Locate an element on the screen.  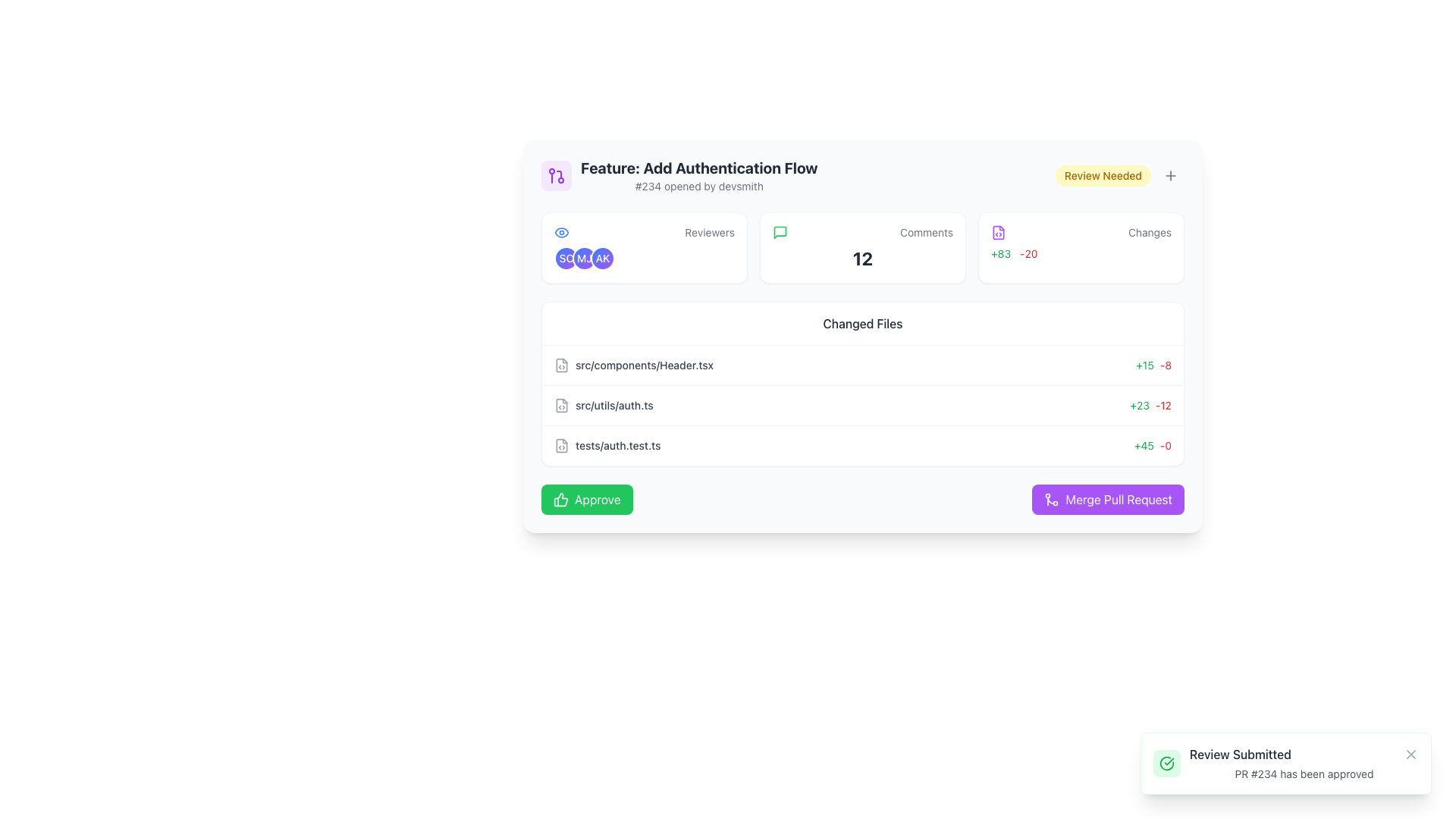
the vector icon representing the code file located next to the list item 'tests/auth.test.ts' is located at coordinates (560, 444).